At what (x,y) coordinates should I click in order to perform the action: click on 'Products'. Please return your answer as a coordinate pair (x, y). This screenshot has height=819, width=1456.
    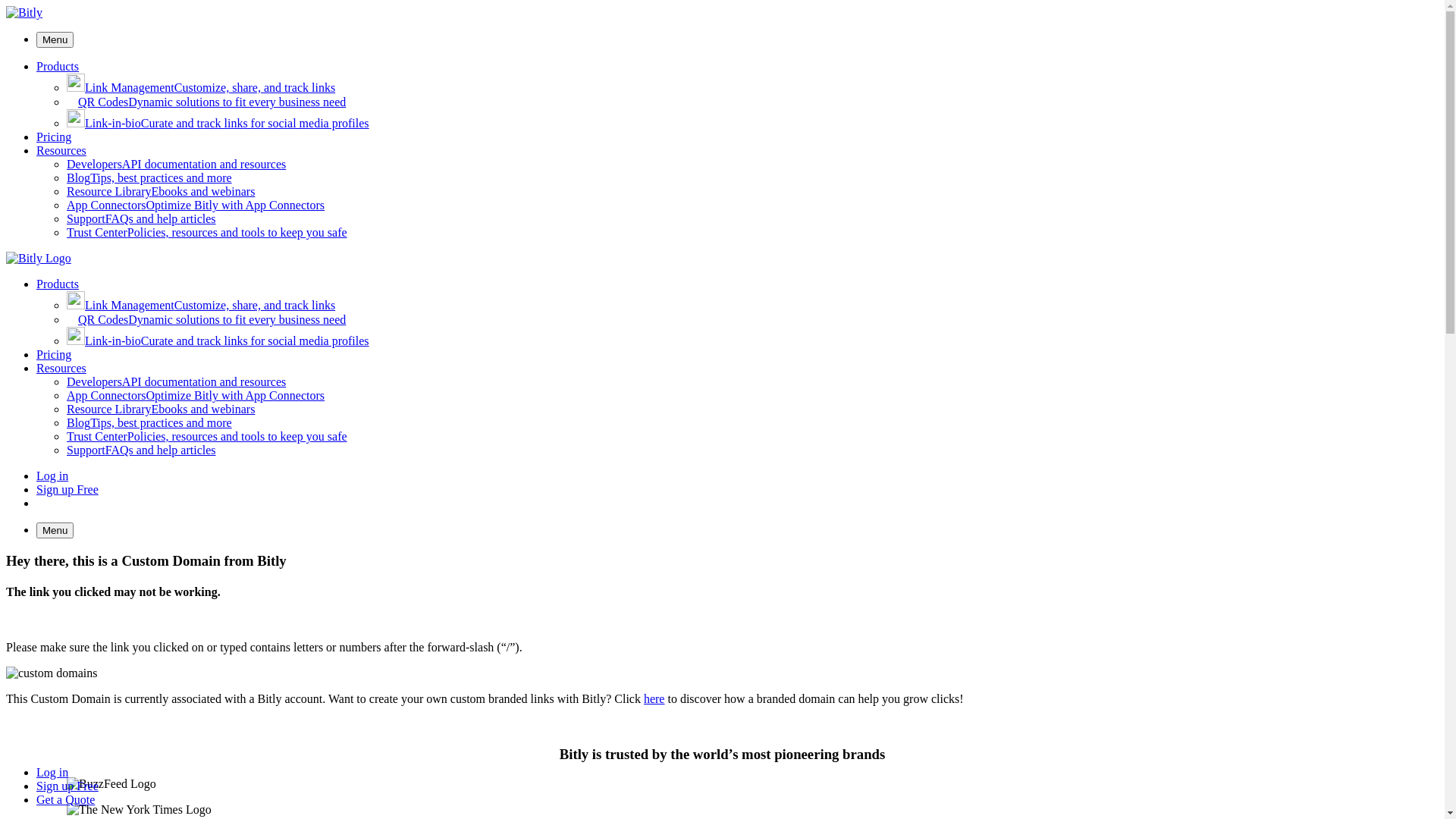
    Looking at the image, I should click on (58, 284).